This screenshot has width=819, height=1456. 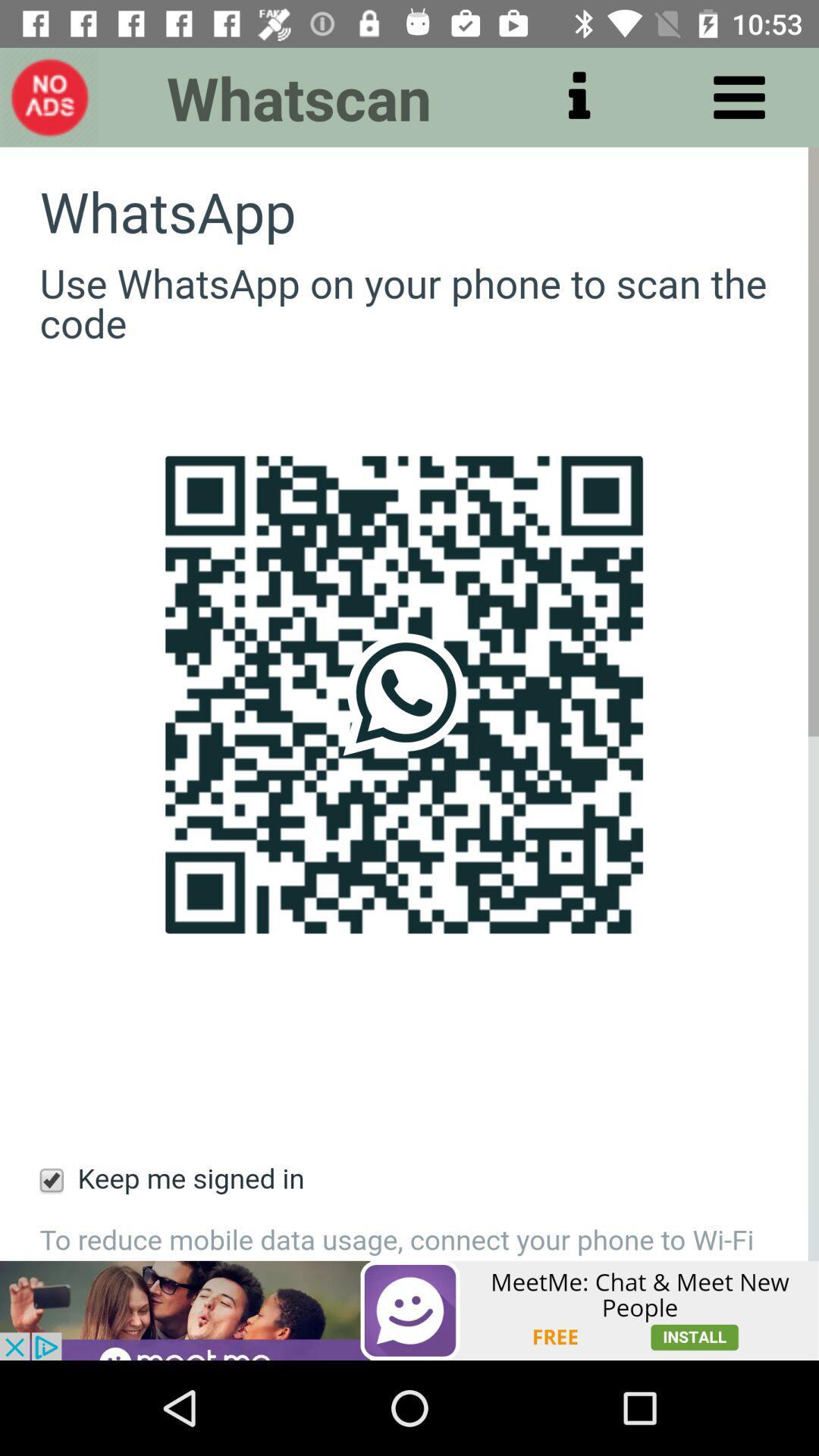 What do you see at coordinates (408, 1310) in the screenshot?
I see `open advertisement` at bounding box center [408, 1310].